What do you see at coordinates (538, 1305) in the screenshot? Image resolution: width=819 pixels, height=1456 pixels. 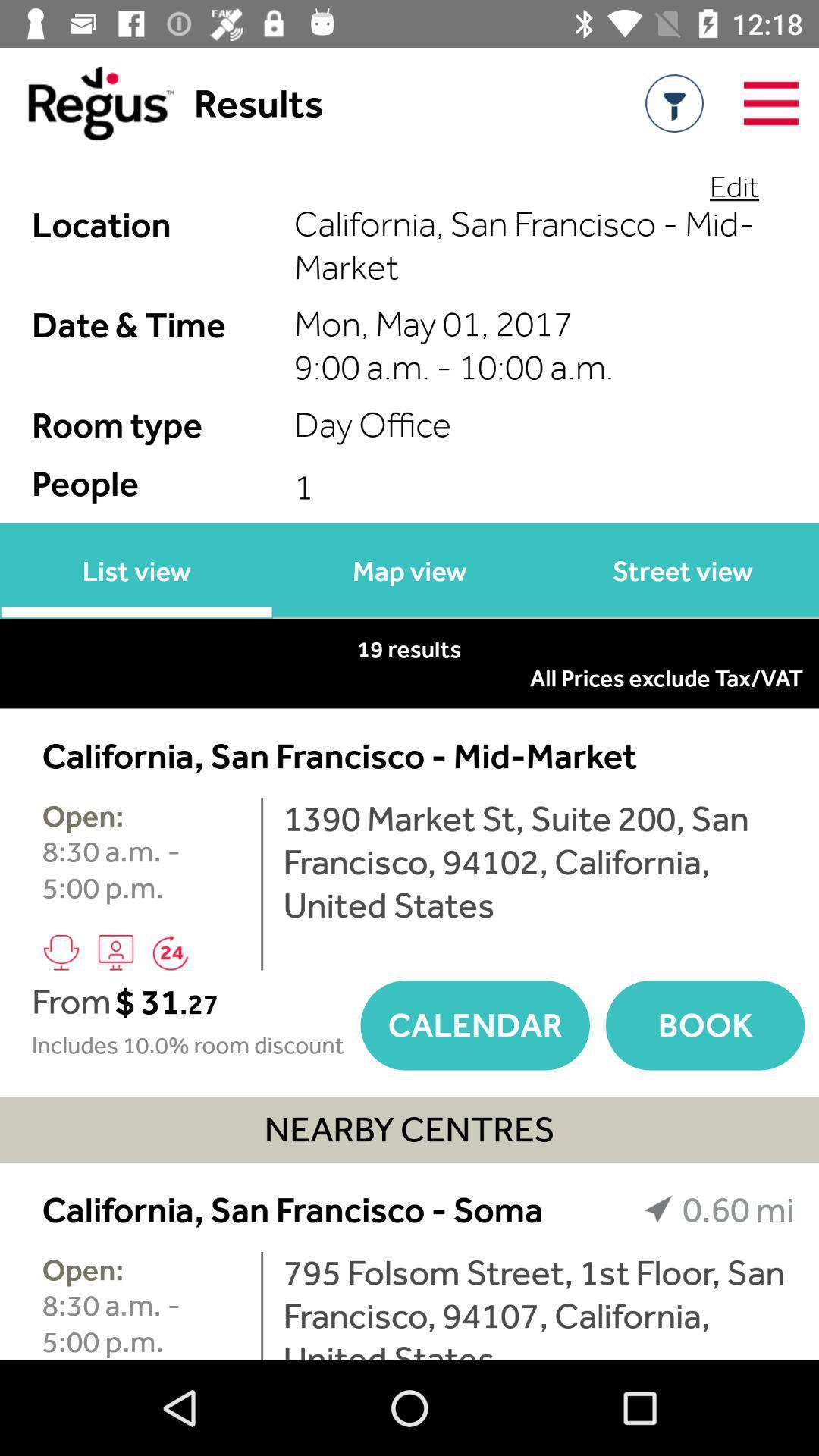 I see `item below california san francisco item` at bounding box center [538, 1305].